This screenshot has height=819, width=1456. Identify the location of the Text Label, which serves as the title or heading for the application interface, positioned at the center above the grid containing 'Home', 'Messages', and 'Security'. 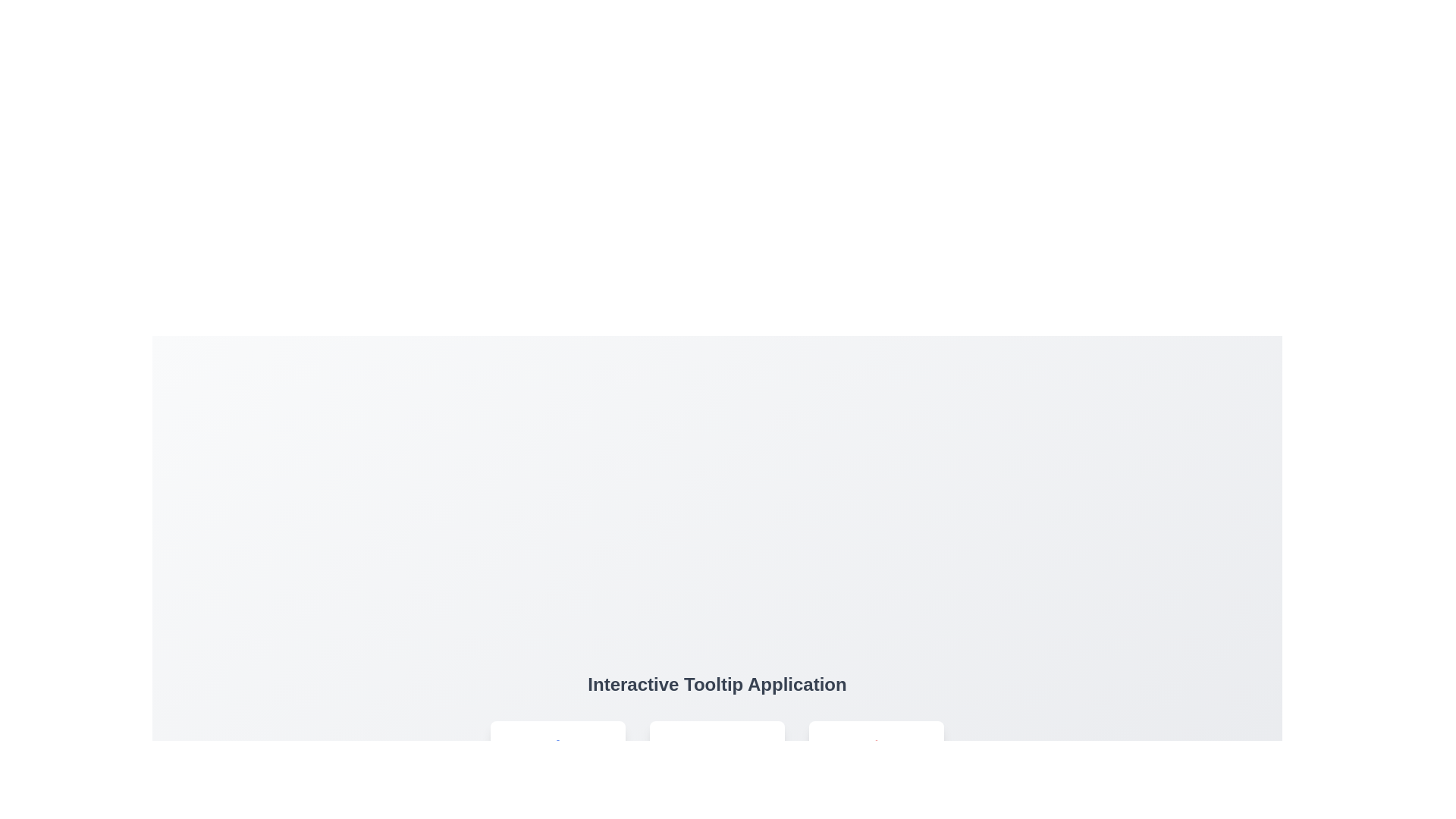
(716, 684).